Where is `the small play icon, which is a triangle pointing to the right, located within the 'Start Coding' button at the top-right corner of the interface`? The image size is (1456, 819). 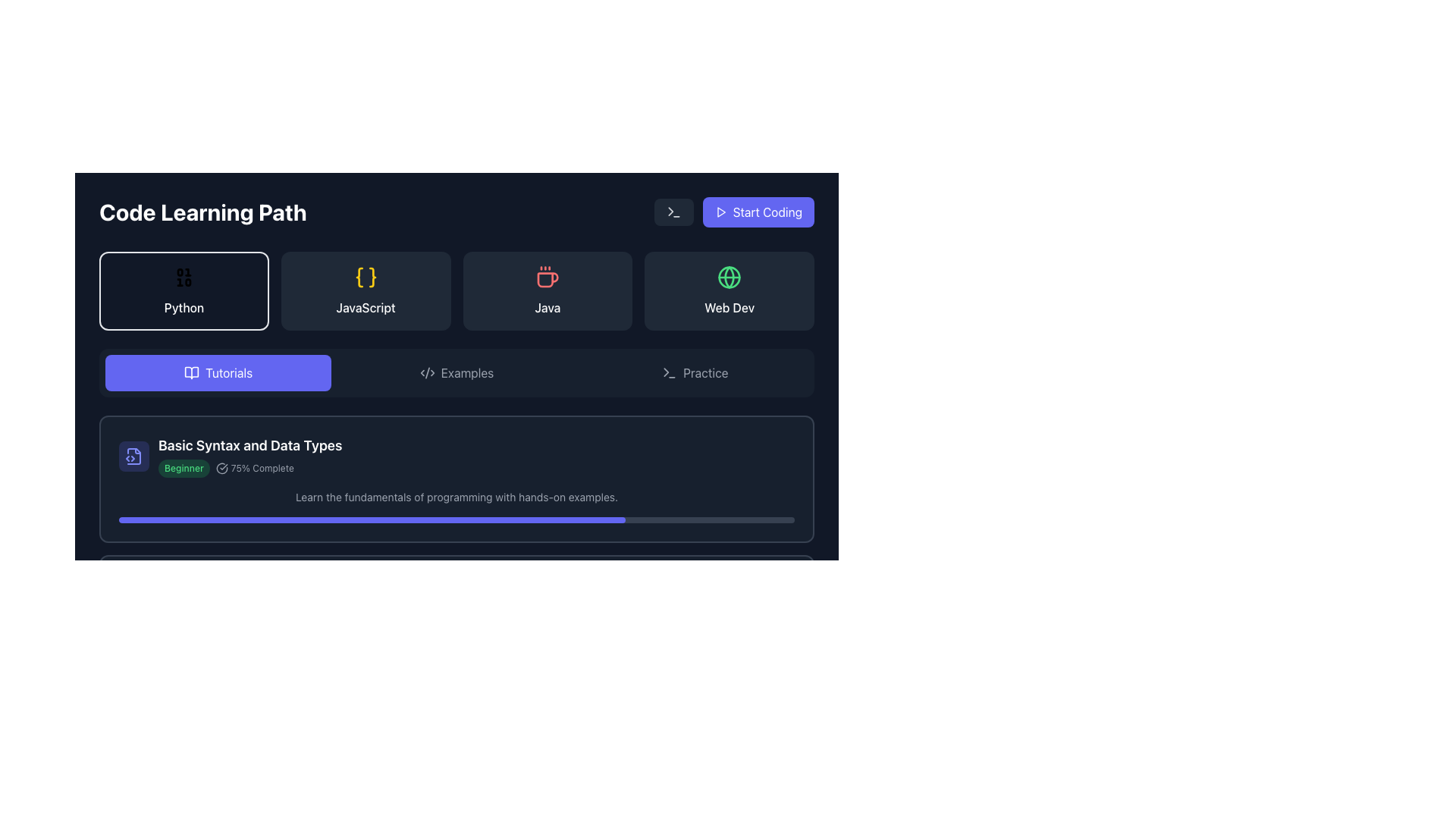
the small play icon, which is a triangle pointing to the right, located within the 'Start Coding' button at the top-right corner of the interface is located at coordinates (720, 212).